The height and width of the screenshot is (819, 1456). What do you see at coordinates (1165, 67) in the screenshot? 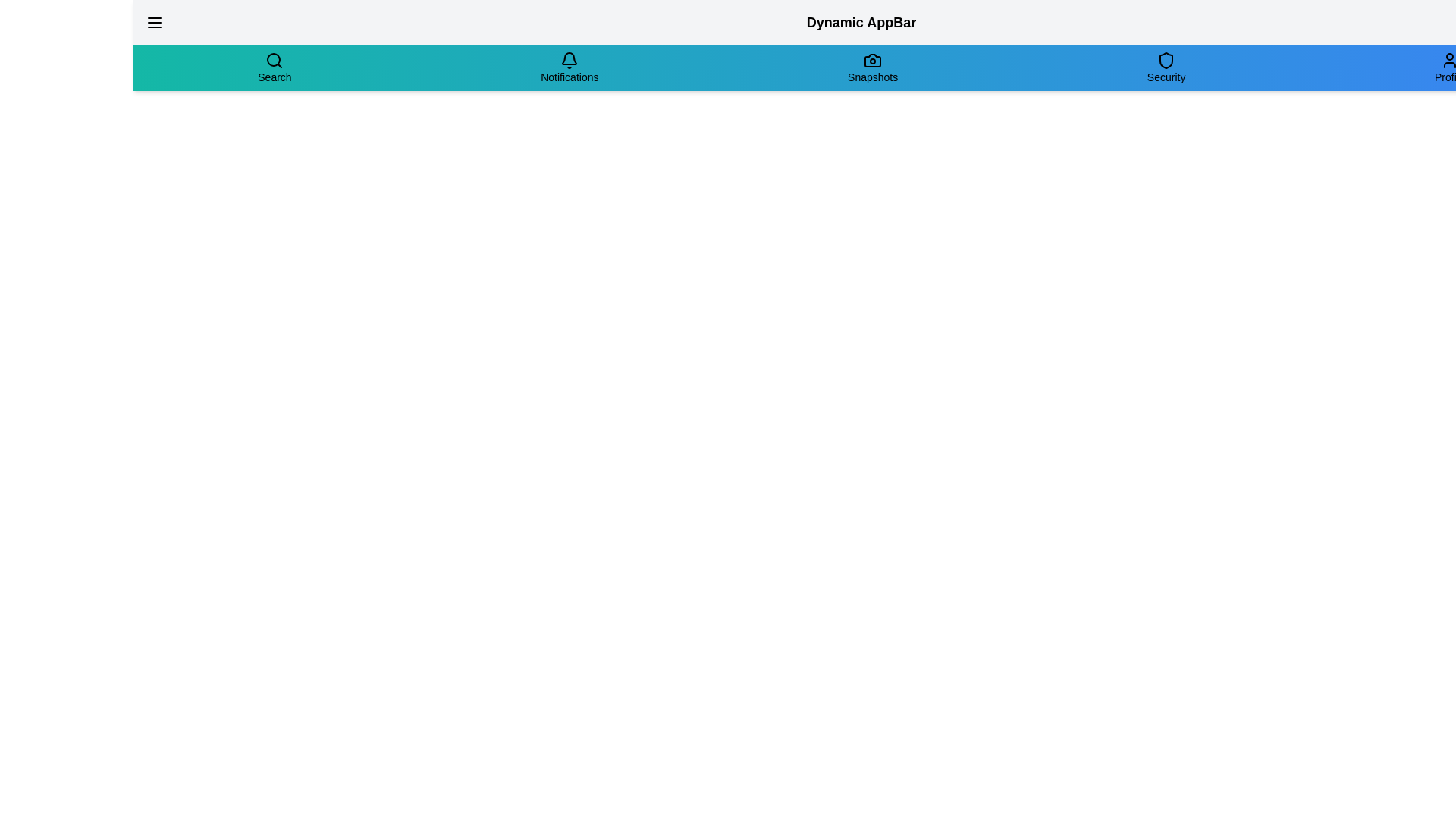
I see `the navigation item labeled Security` at bounding box center [1165, 67].